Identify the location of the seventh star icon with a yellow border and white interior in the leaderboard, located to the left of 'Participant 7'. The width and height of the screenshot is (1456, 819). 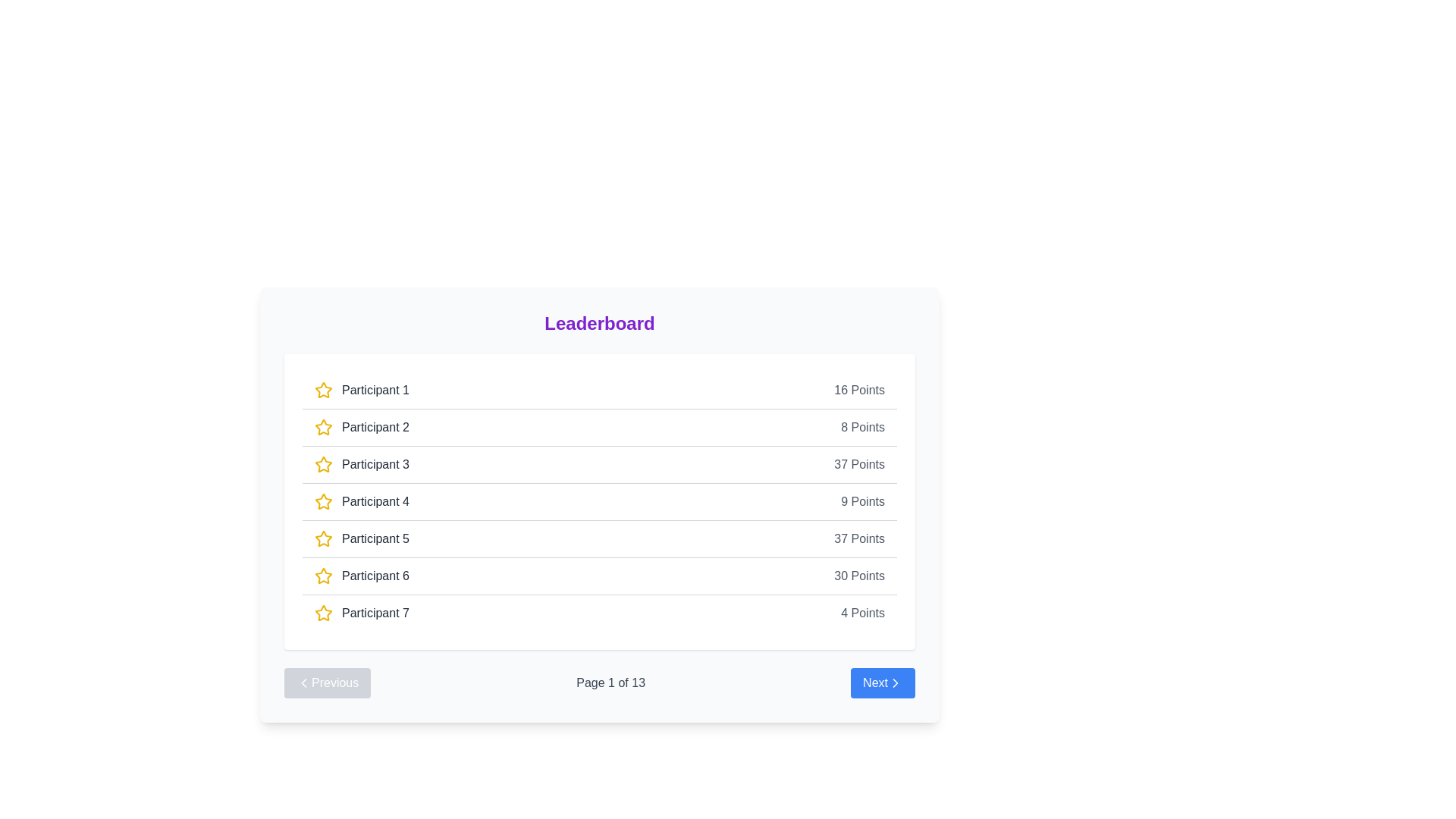
(323, 612).